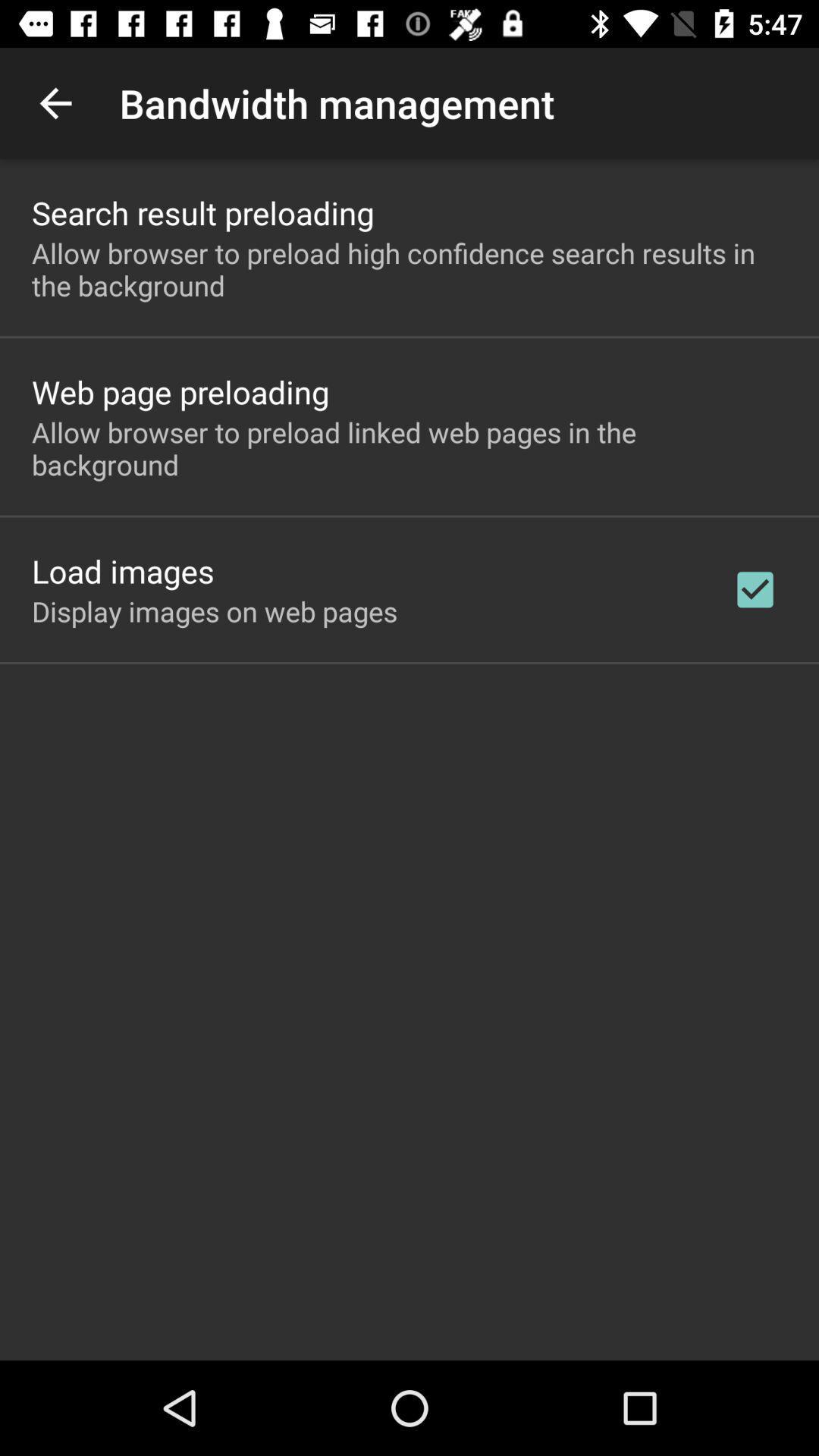 The height and width of the screenshot is (1456, 819). What do you see at coordinates (202, 212) in the screenshot?
I see `the search result preloading app` at bounding box center [202, 212].